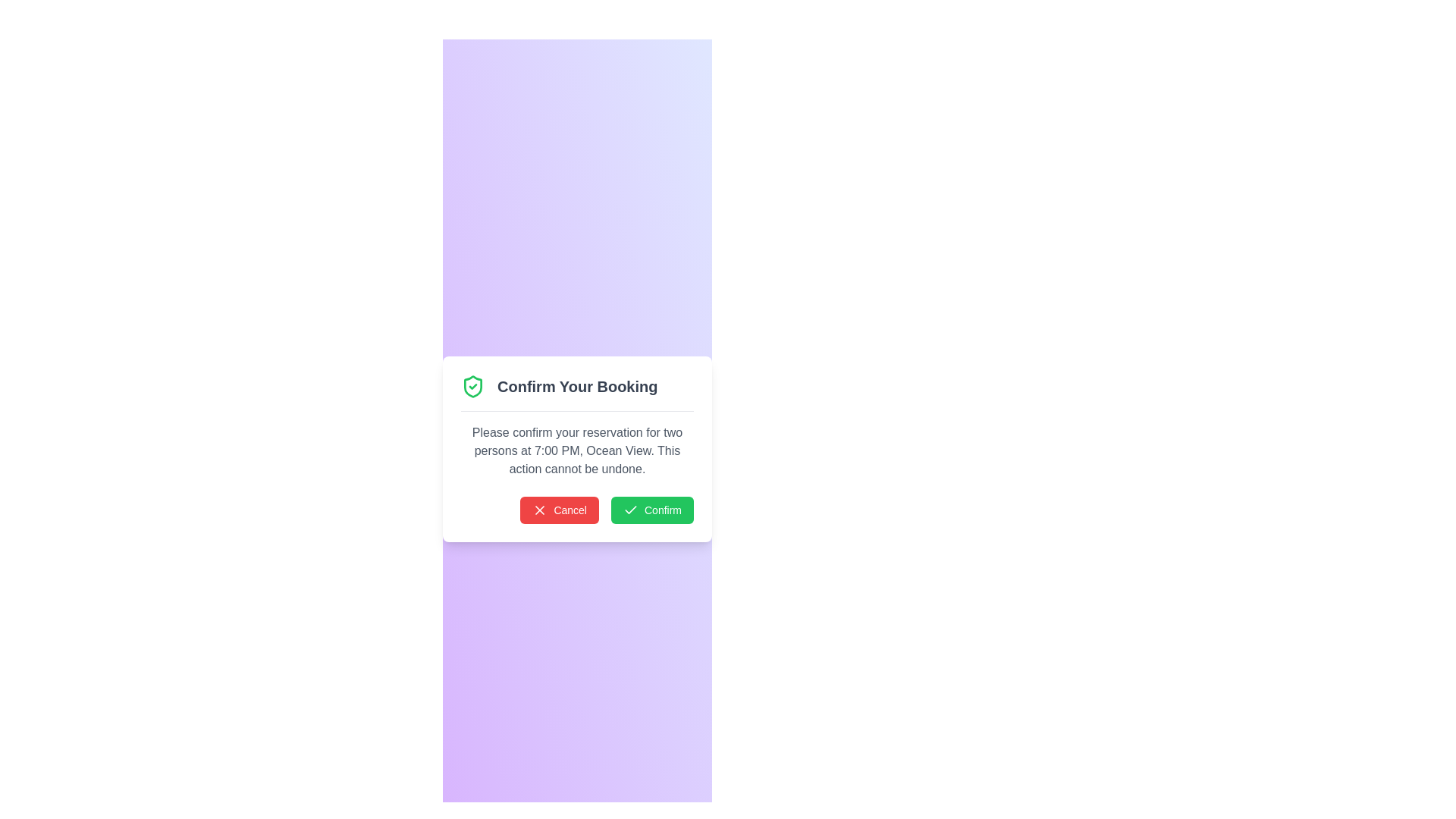 This screenshot has width=1456, height=819. Describe the element at coordinates (559, 510) in the screenshot. I see `the cancel button located at the bottom section of the modal window, which is the first button in a two-button group aligned to the left of the 'Confirm' button` at that location.